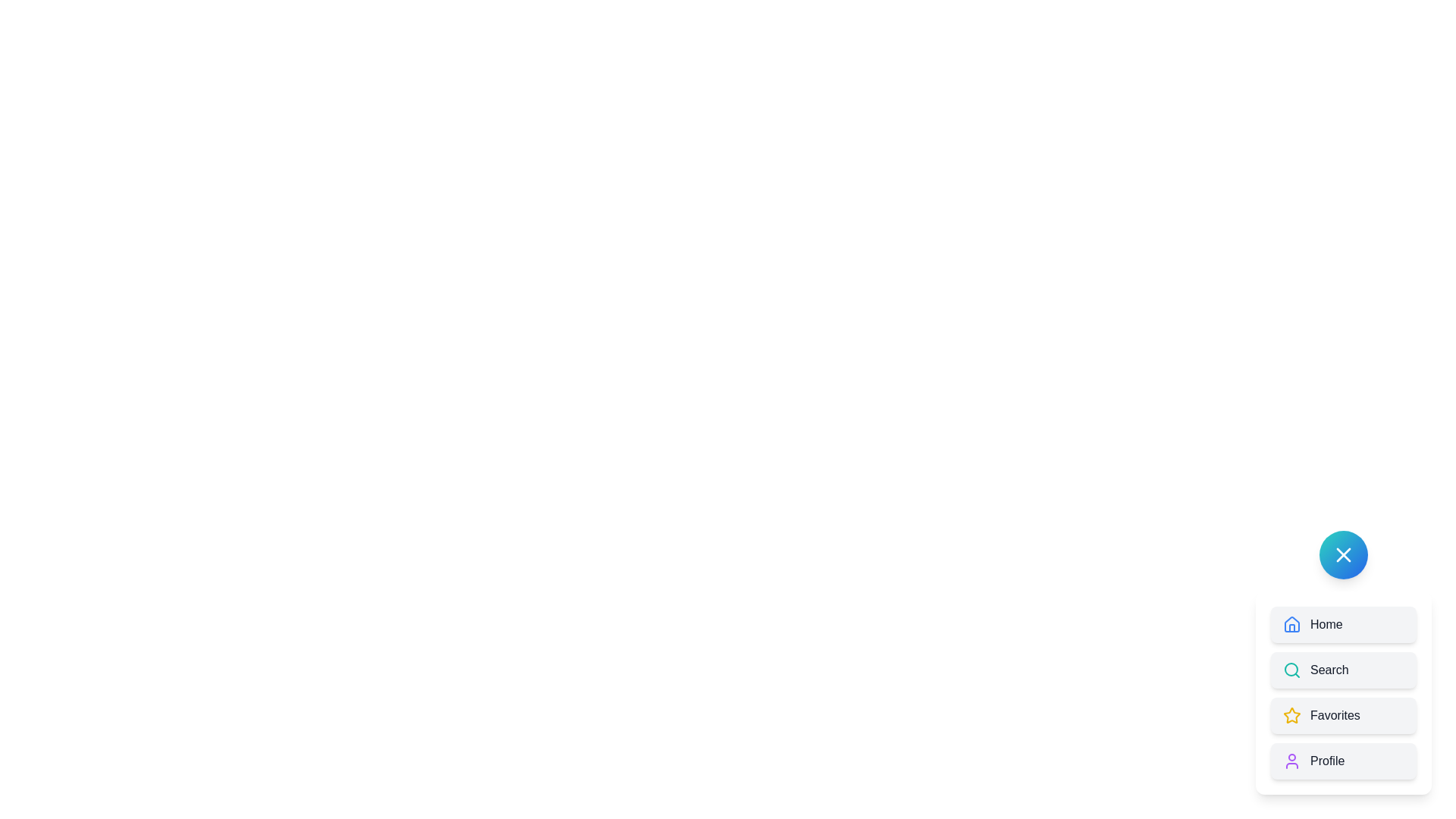 This screenshot has width=1456, height=819. I want to click on the 'Favorites' menu item, which is the third item in the vertical menu at the bottom-right corner of the interface, to observe hover effects, so click(1343, 693).